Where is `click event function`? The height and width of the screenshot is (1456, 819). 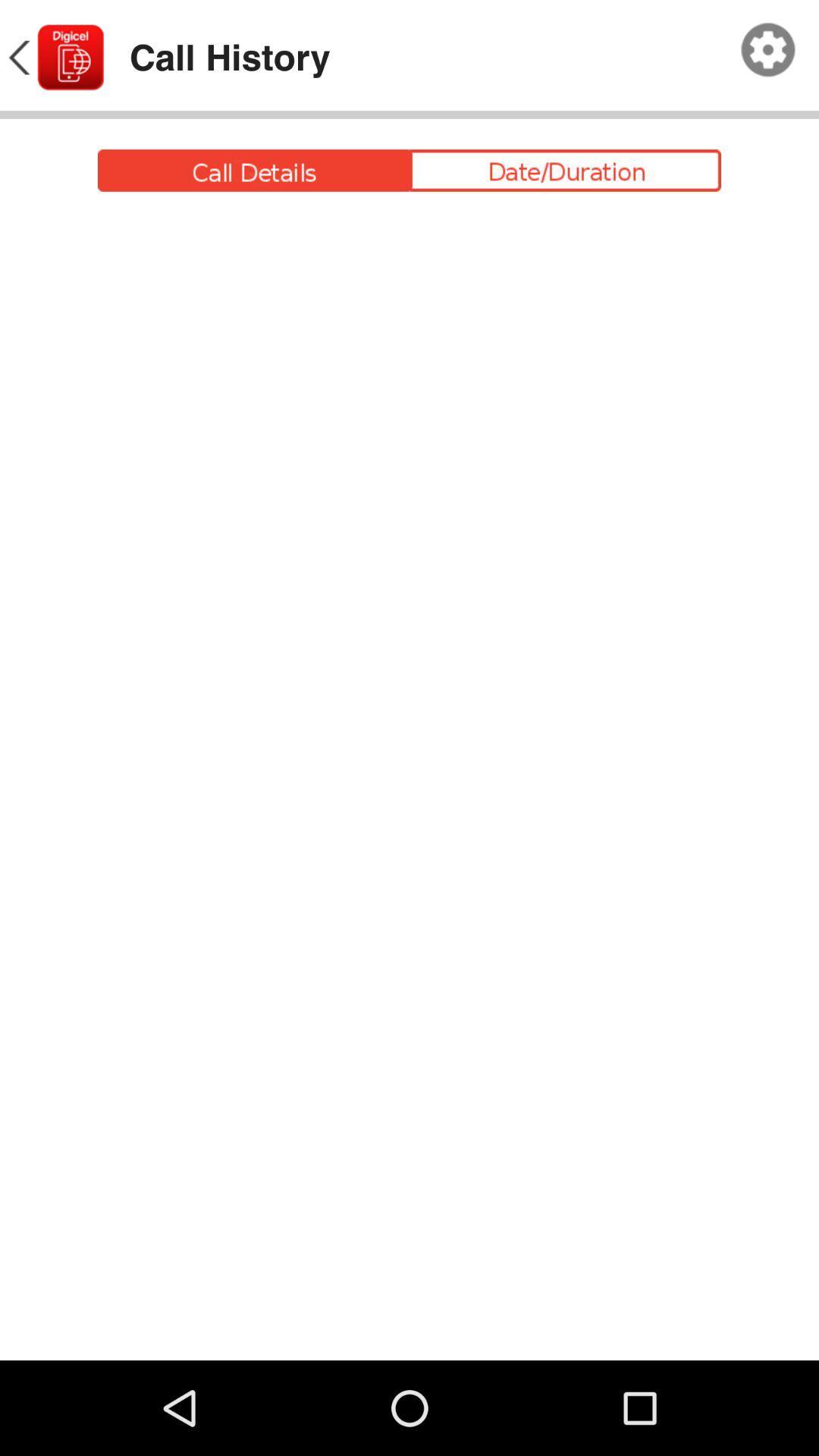
click event function is located at coordinates (409, 171).